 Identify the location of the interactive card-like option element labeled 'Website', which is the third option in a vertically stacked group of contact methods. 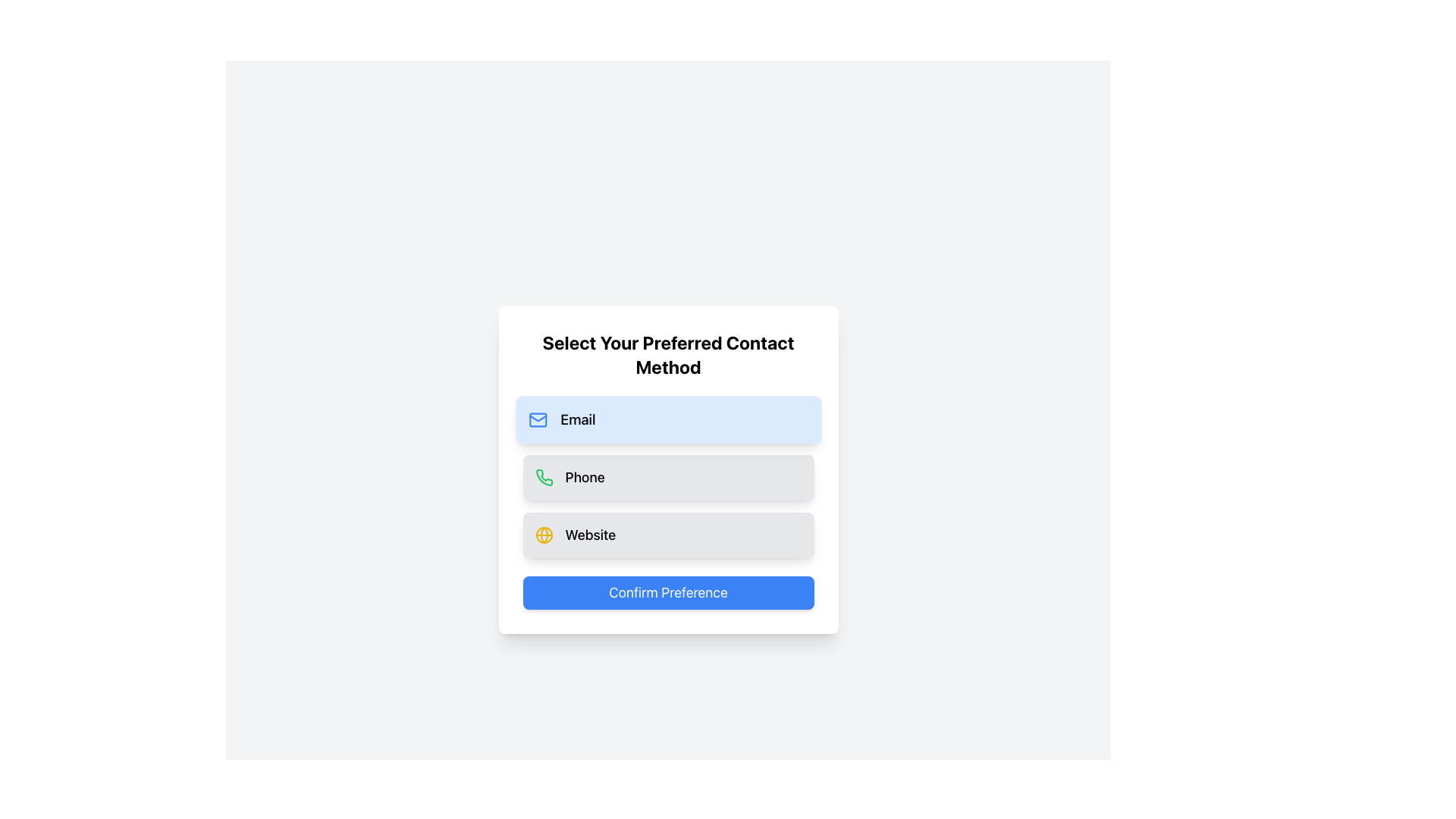
(667, 534).